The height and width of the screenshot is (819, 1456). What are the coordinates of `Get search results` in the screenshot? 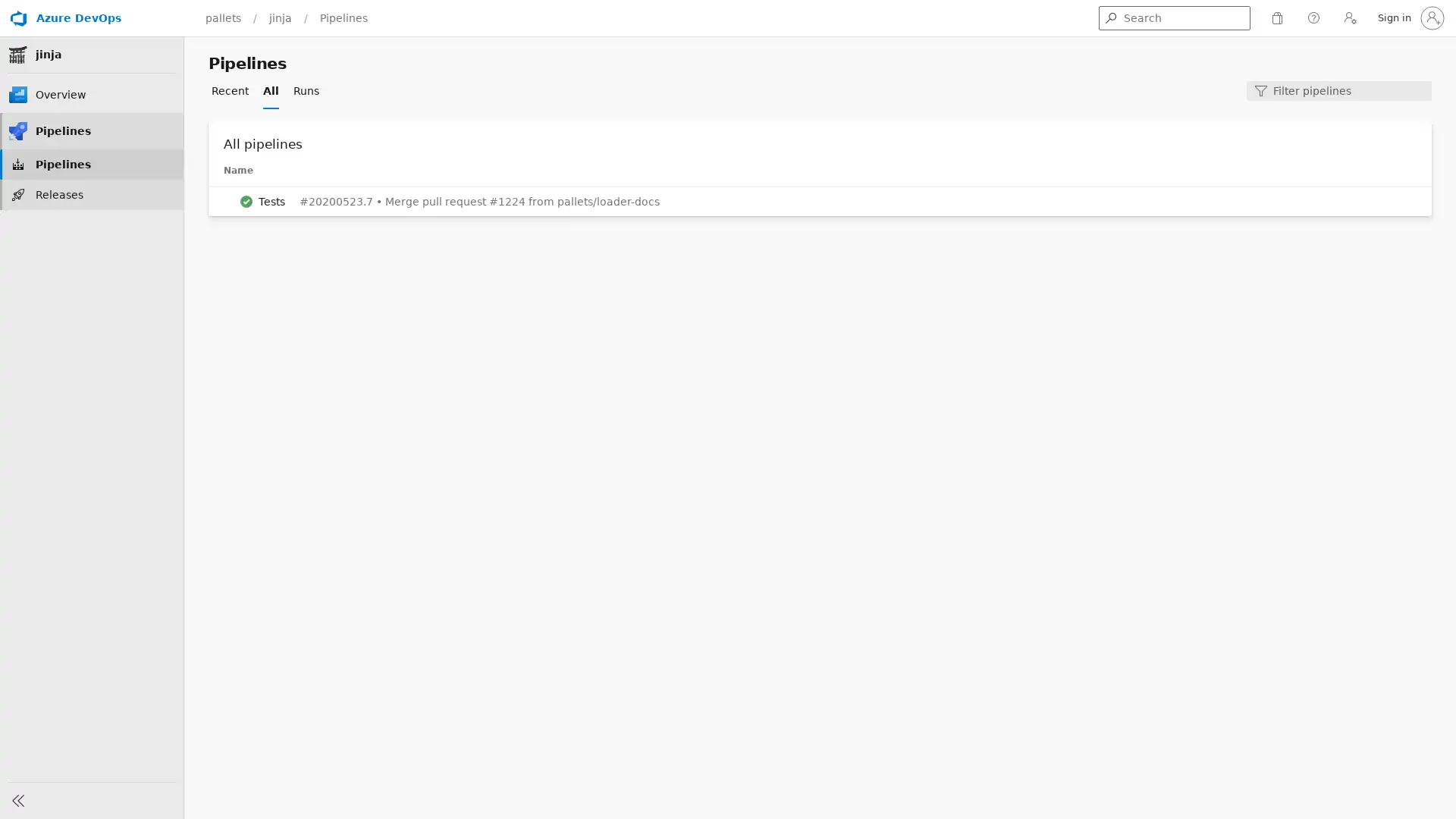 It's located at (1110, 17).